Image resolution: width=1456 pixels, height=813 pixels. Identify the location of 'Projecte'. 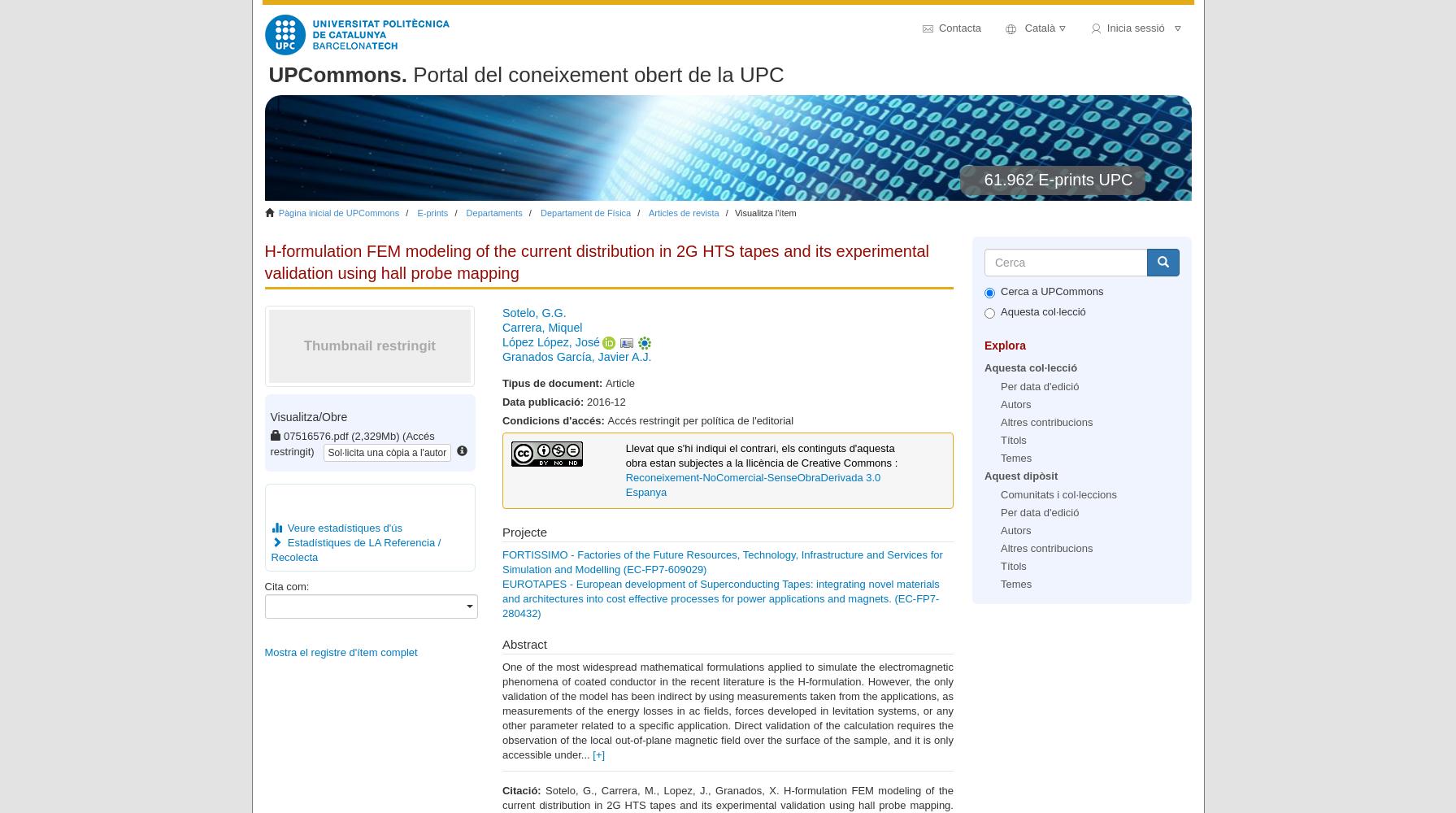
(501, 531).